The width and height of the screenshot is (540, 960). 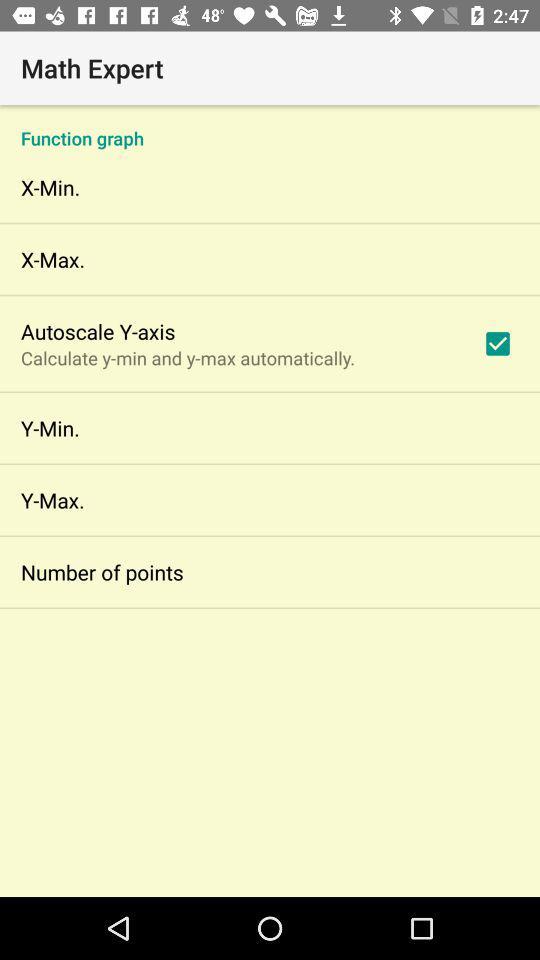 What do you see at coordinates (102, 572) in the screenshot?
I see `number of points item` at bounding box center [102, 572].